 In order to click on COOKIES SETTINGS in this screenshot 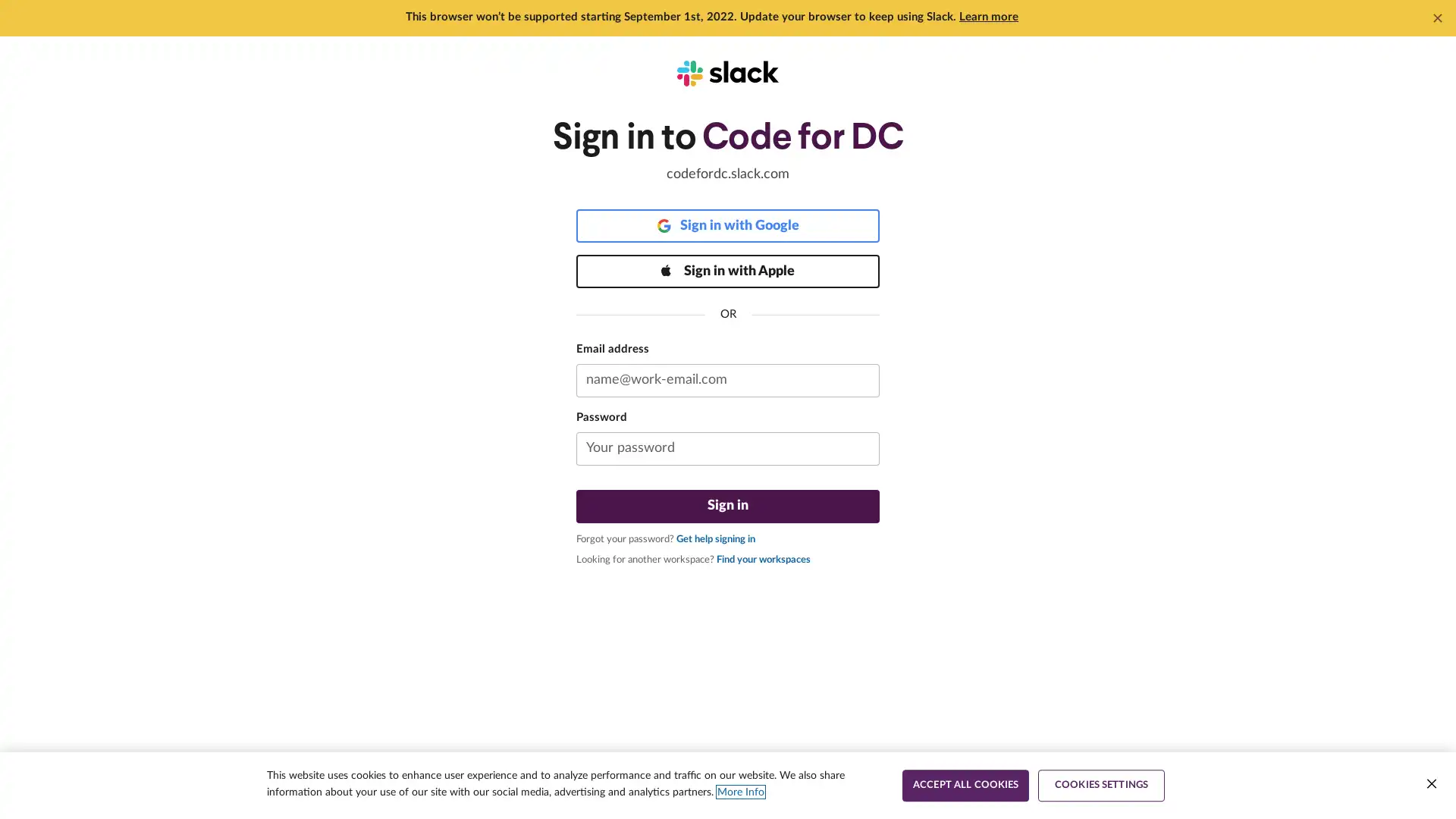, I will do `click(1101, 785)`.